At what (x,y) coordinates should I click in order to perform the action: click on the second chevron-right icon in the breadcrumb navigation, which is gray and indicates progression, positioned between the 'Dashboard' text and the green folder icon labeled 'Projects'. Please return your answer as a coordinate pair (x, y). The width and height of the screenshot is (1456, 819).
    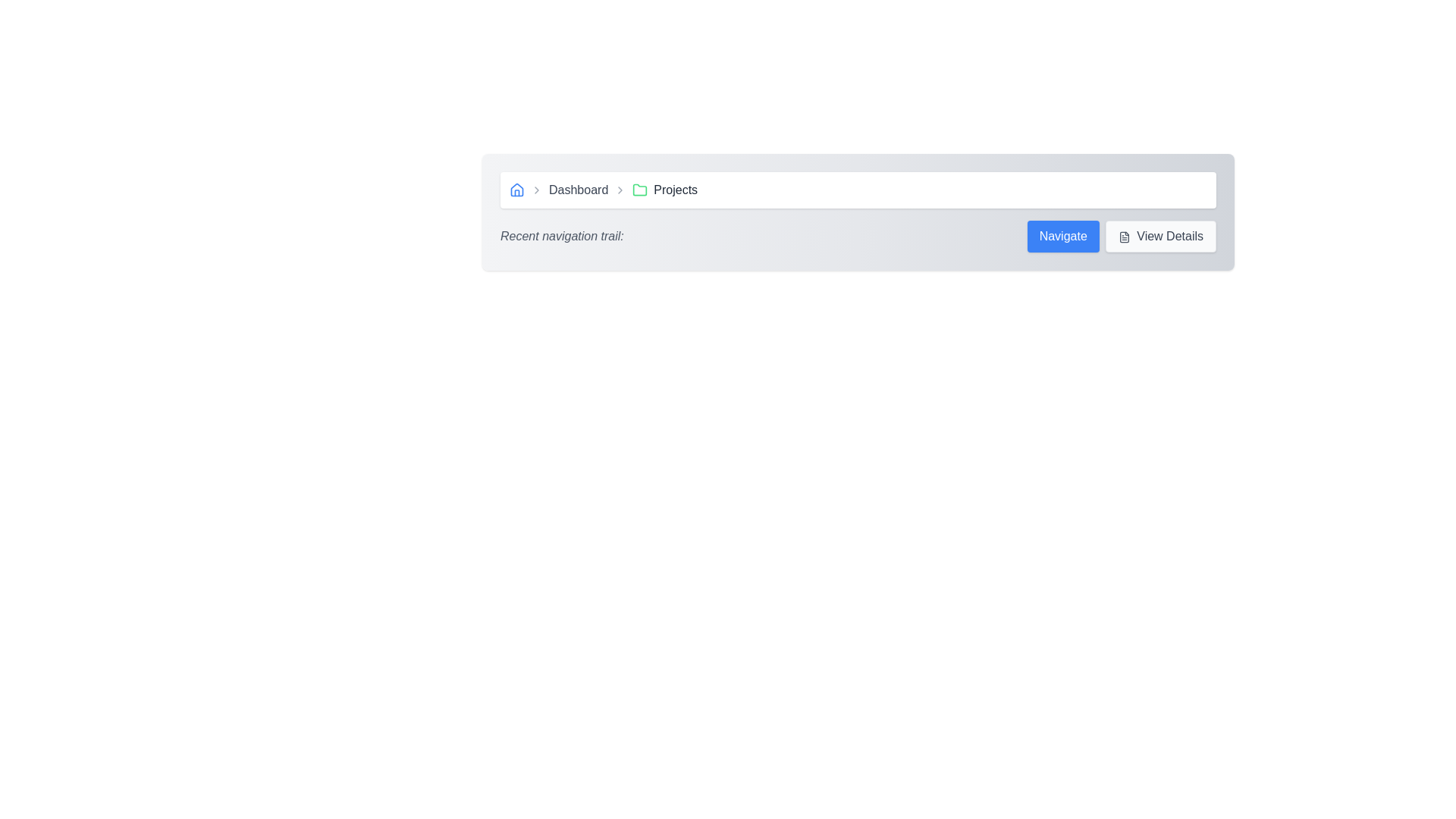
    Looking at the image, I should click on (620, 189).